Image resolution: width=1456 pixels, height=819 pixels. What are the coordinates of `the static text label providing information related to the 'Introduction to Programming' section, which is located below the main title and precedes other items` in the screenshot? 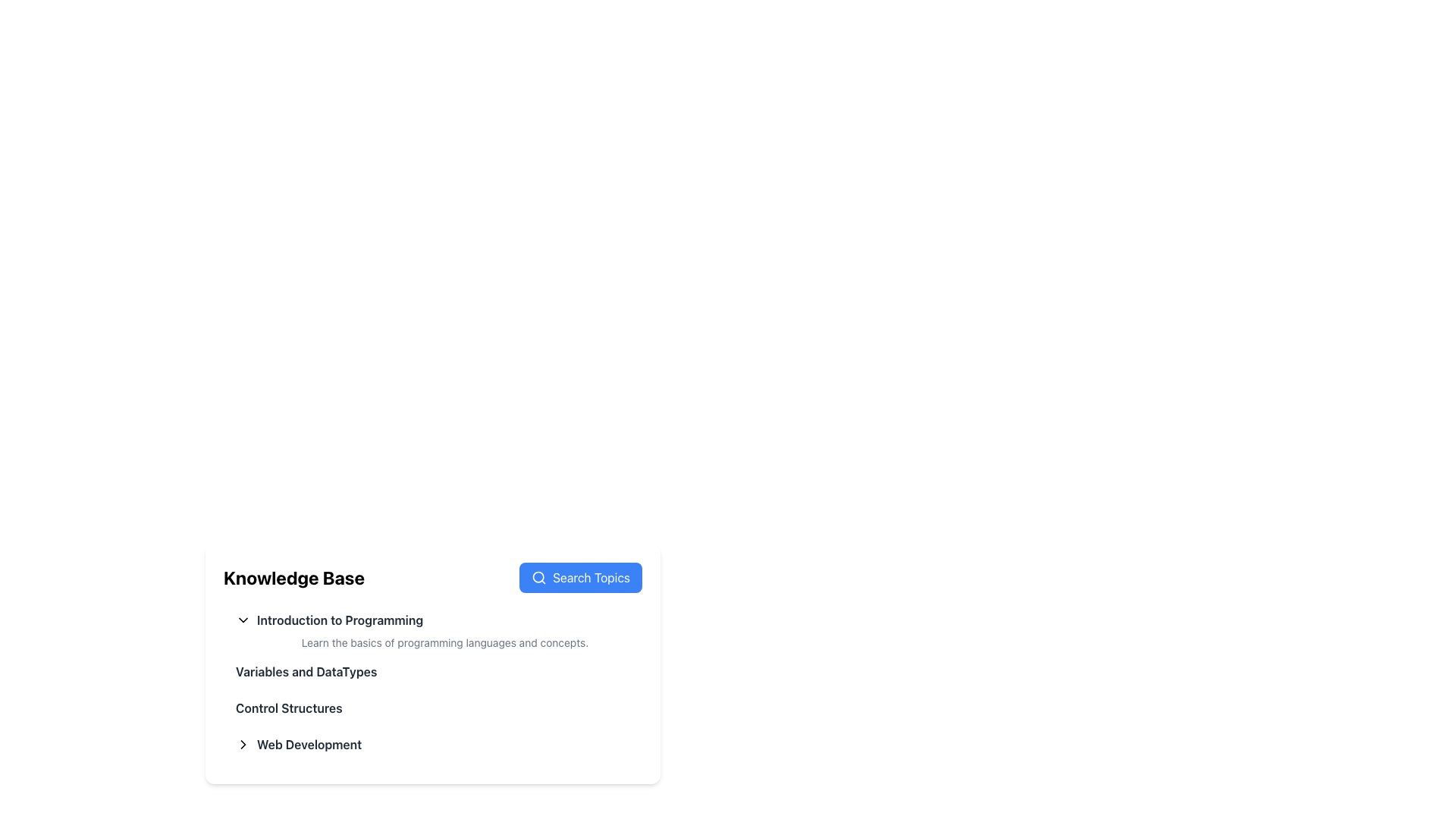 It's located at (432, 643).